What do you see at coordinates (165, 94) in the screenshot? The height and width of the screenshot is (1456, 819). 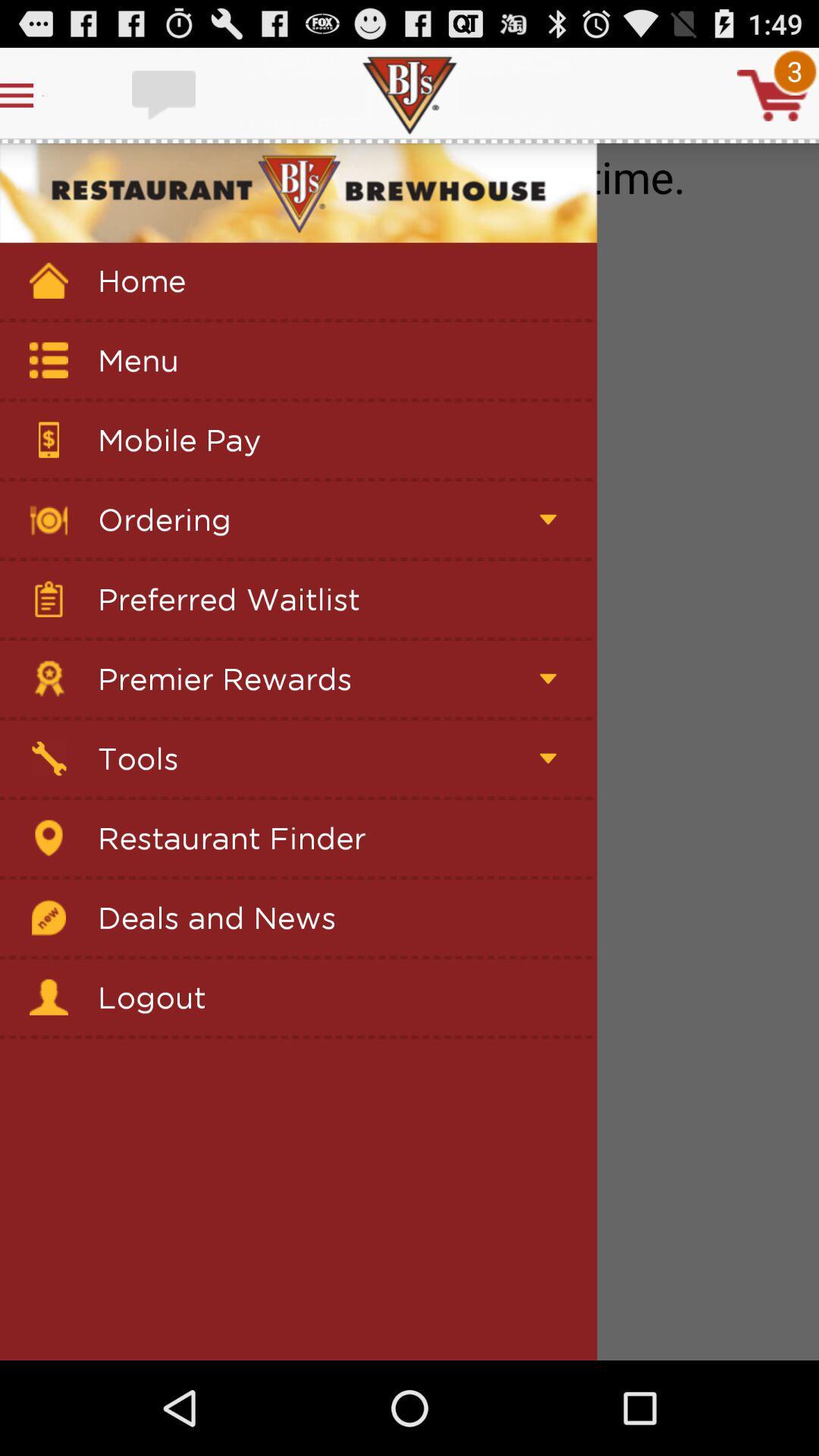 I see `write comment` at bounding box center [165, 94].